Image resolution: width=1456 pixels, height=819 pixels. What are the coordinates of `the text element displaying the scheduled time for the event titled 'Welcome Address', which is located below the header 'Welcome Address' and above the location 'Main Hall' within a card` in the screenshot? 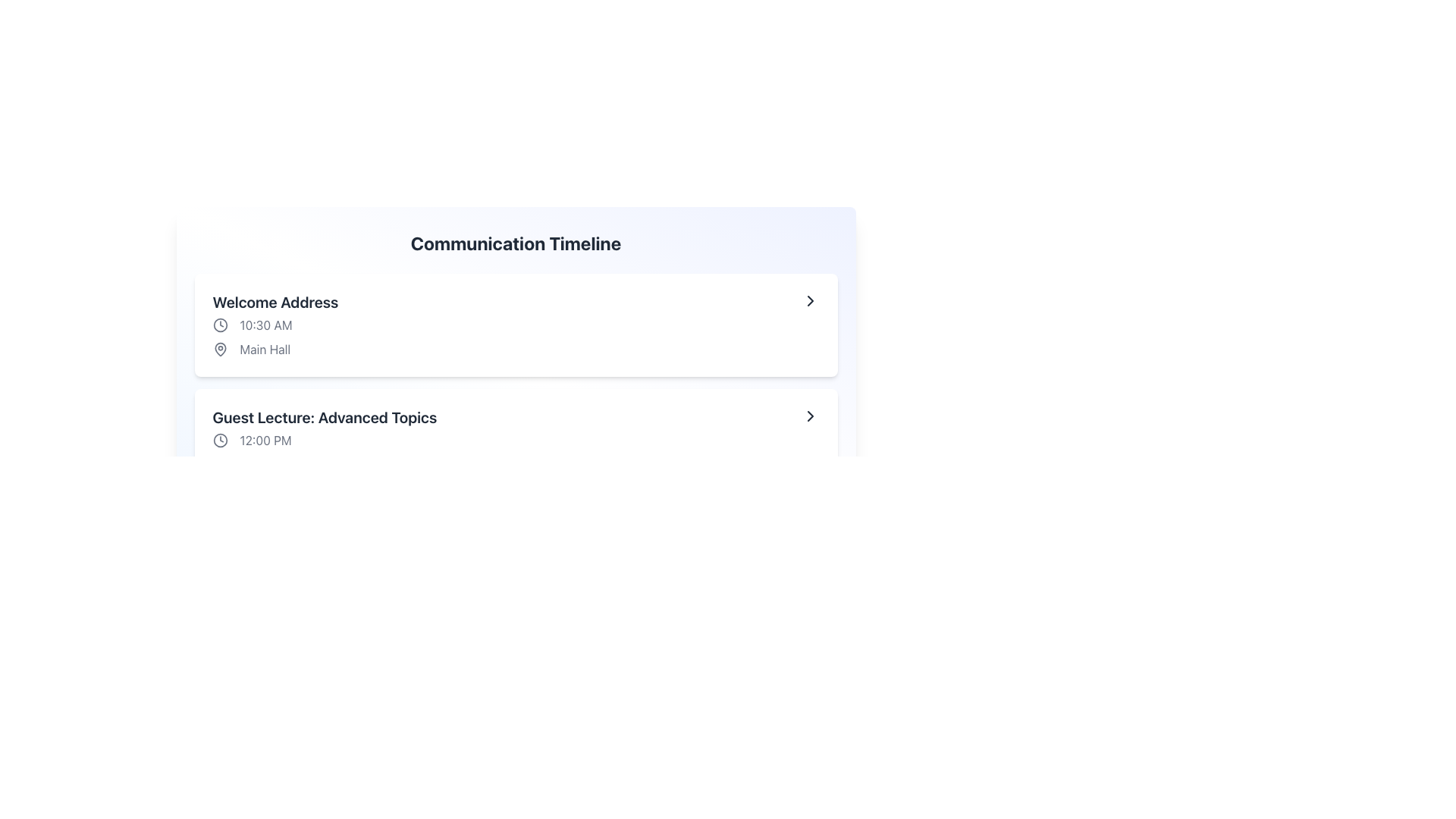 It's located at (275, 324).